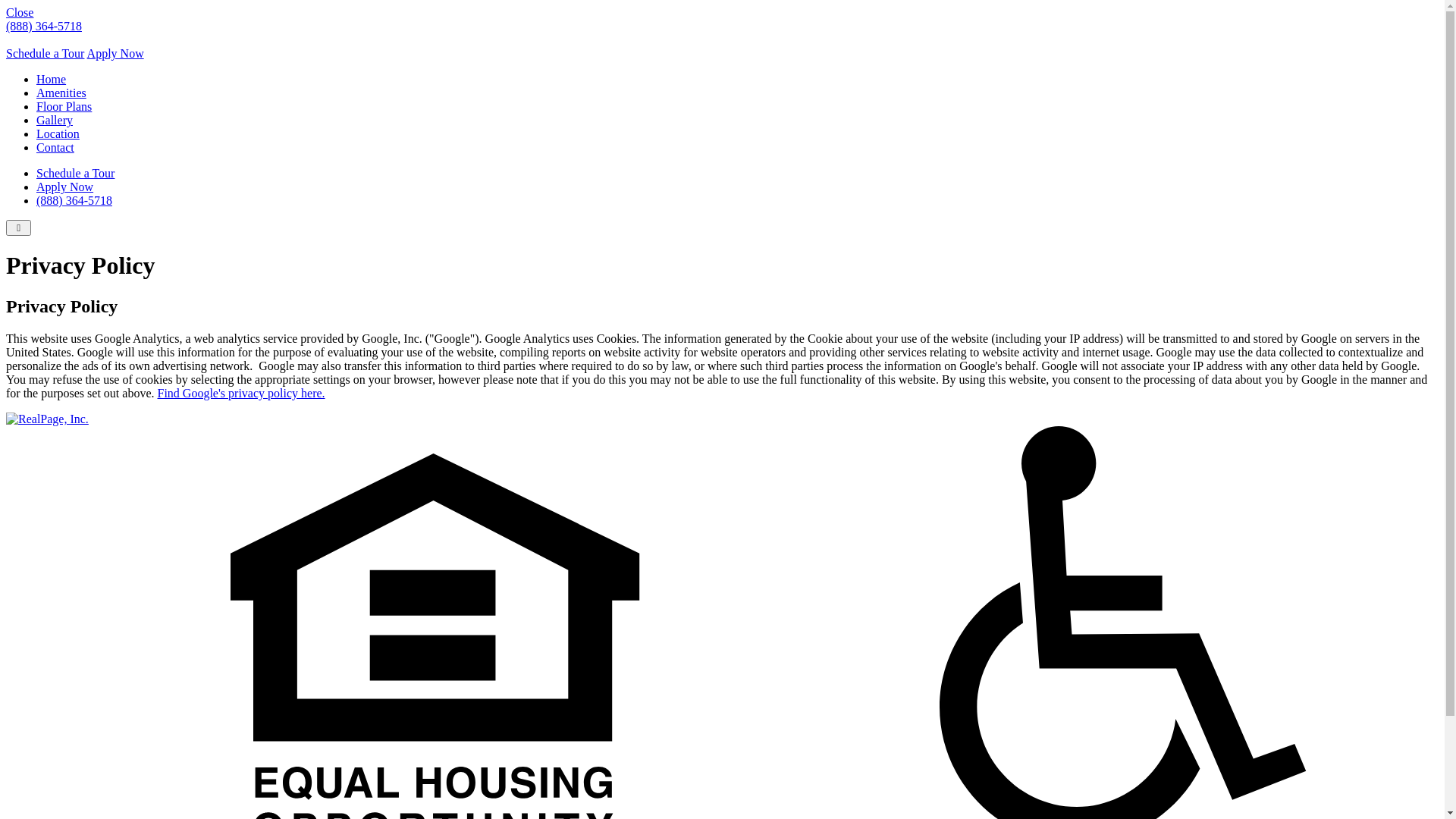 The image size is (1456, 819). I want to click on 'Gallery', so click(55, 119).